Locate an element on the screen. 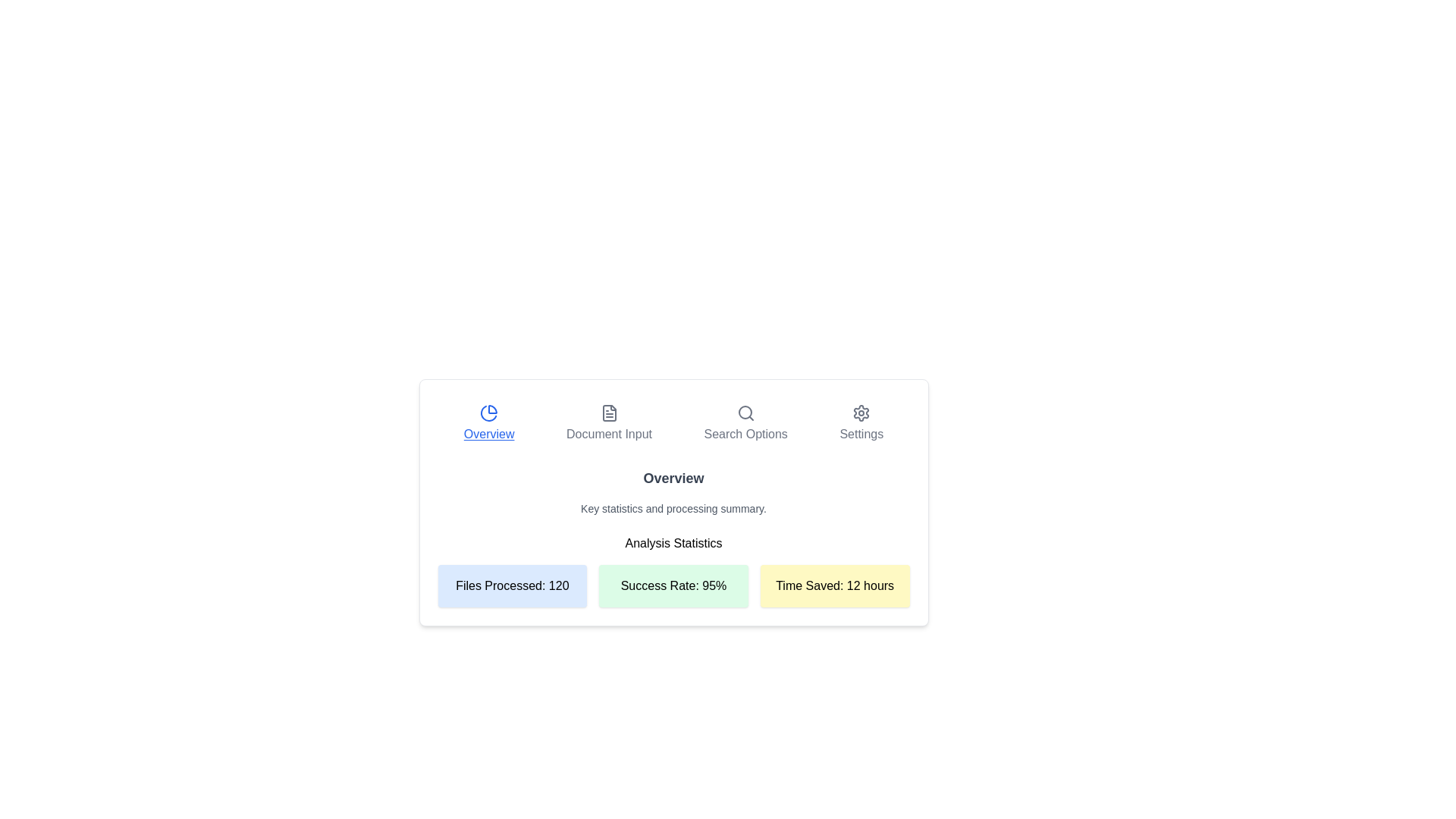 The height and width of the screenshot is (819, 1456). the Informational statistic summary panel located near the bottom of the main content area, below the heading 'Analysis Statistics' is located at coordinates (673, 585).